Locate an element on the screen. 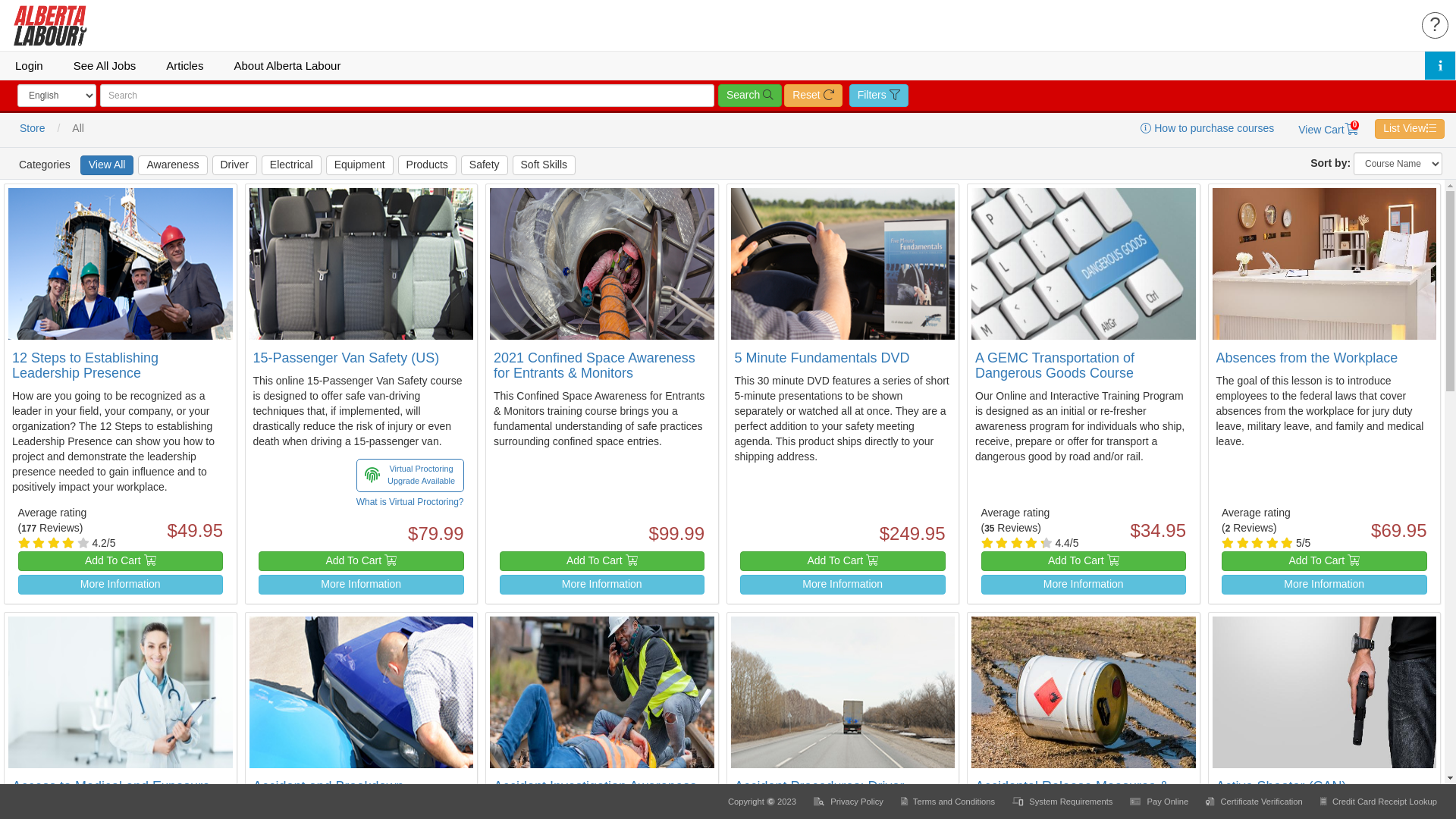 The width and height of the screenshot is (1456, 819). 'Active Shooter (CAN)' is located at coordinates (1280, 786).